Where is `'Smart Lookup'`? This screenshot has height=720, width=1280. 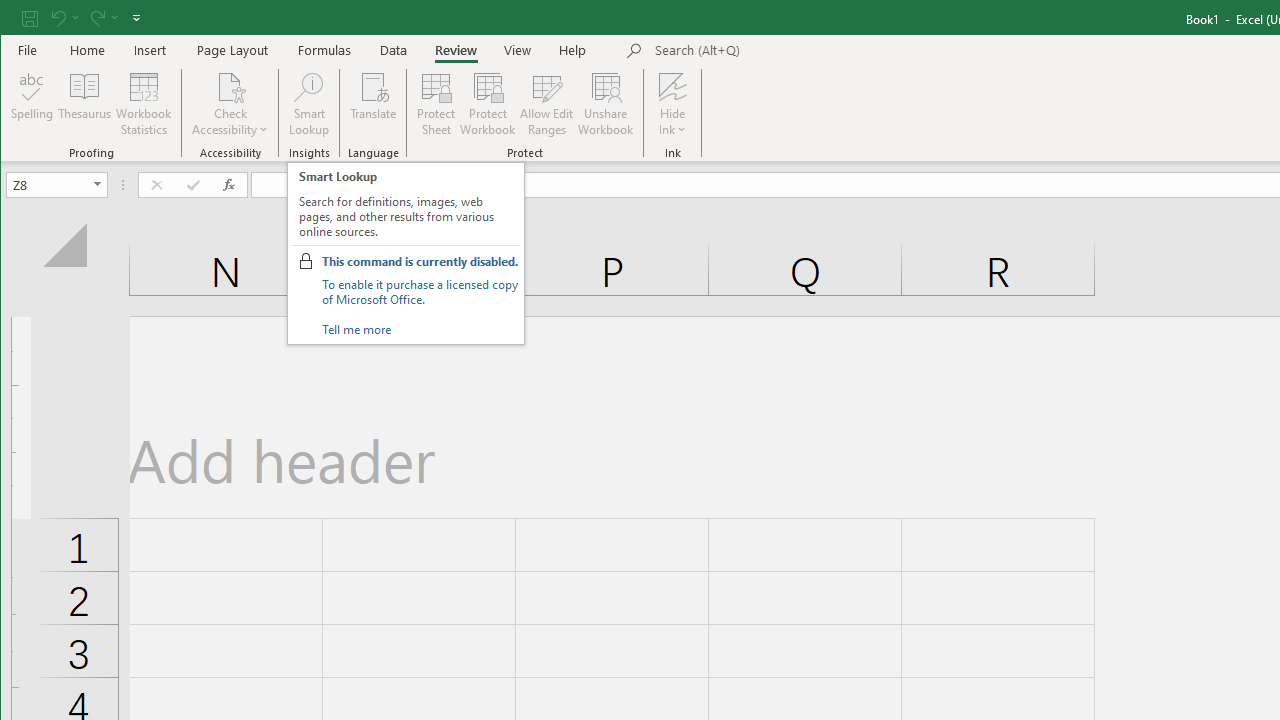
'Smart Lookup' is located at coordinates (308, 104).